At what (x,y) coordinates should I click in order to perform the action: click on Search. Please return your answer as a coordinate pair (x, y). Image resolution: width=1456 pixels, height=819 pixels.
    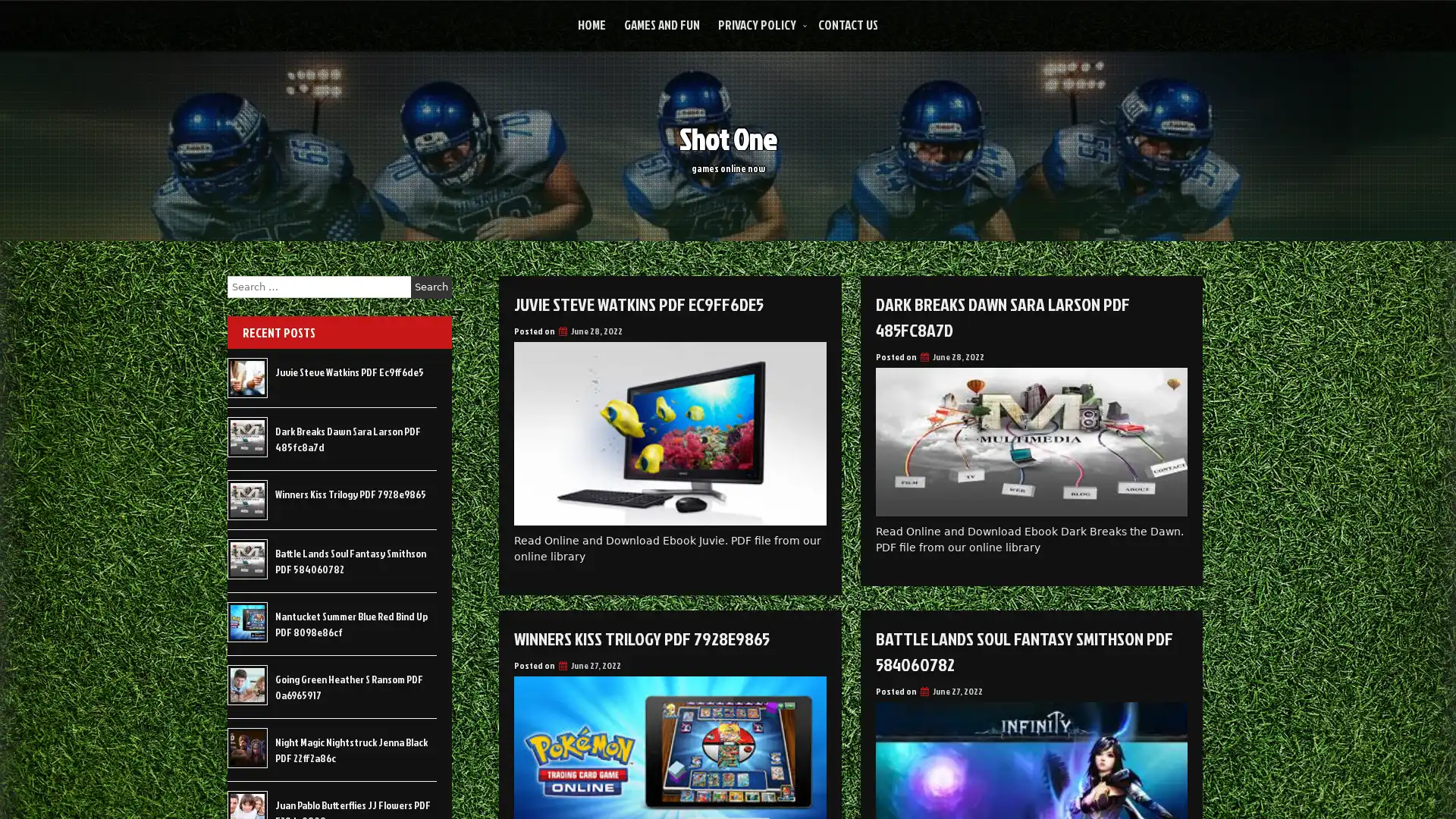
    Looking at the image, I should click on (431, 287).